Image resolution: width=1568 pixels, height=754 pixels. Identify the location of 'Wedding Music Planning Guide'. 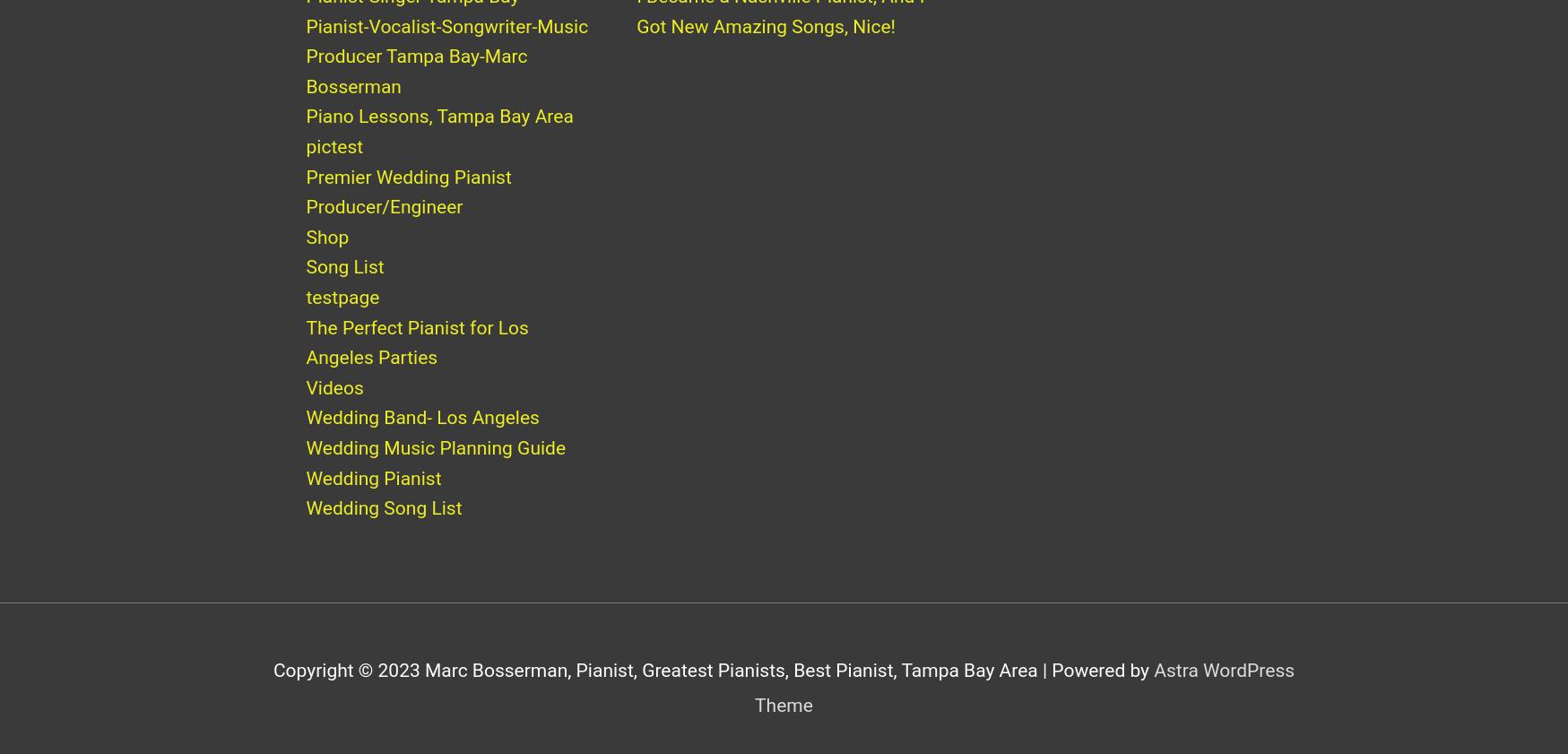
(306, 464).